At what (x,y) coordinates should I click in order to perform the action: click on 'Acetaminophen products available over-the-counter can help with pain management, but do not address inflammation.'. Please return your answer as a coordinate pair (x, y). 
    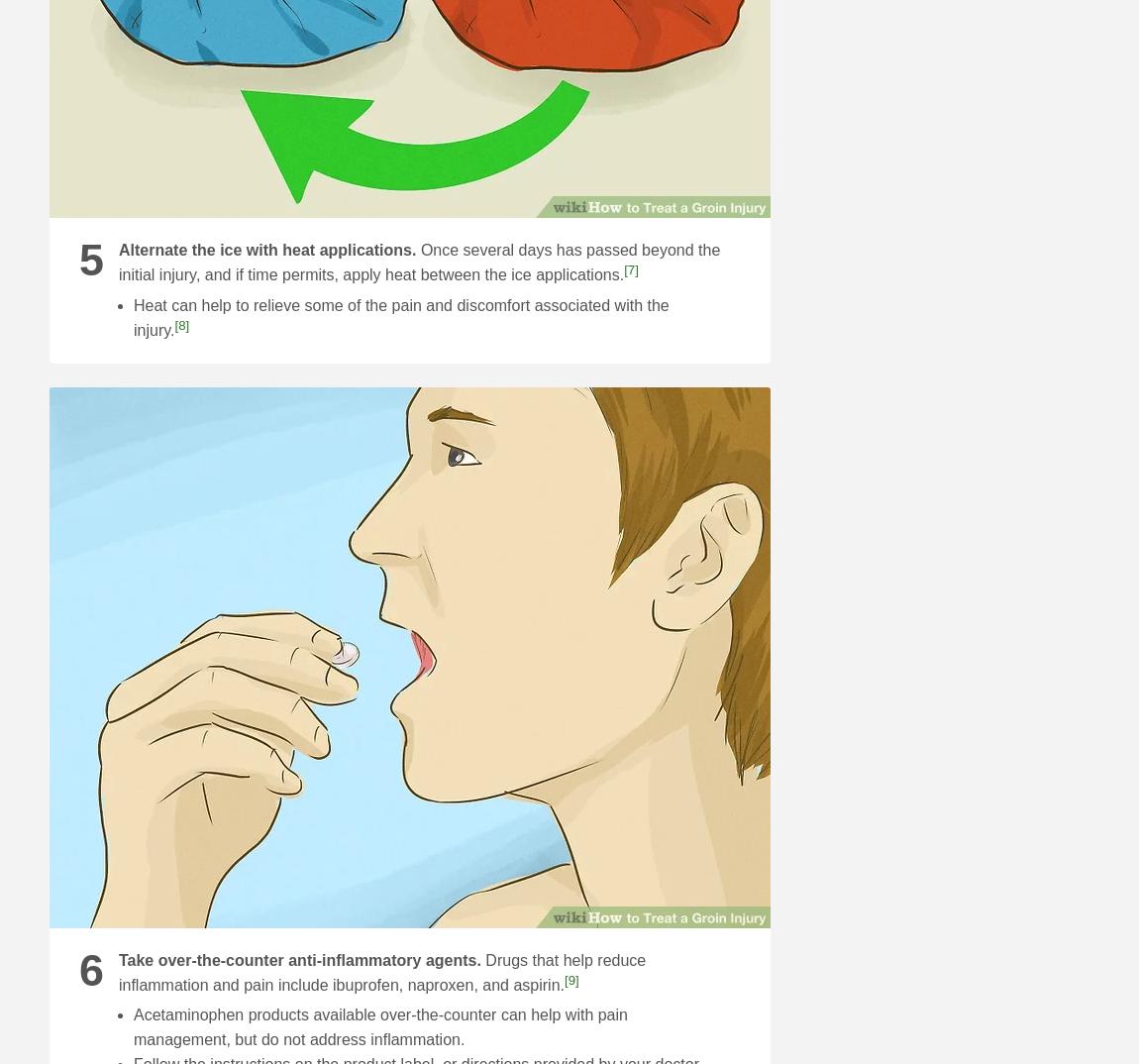
    Looking at the image, I should click on (379, 1026).